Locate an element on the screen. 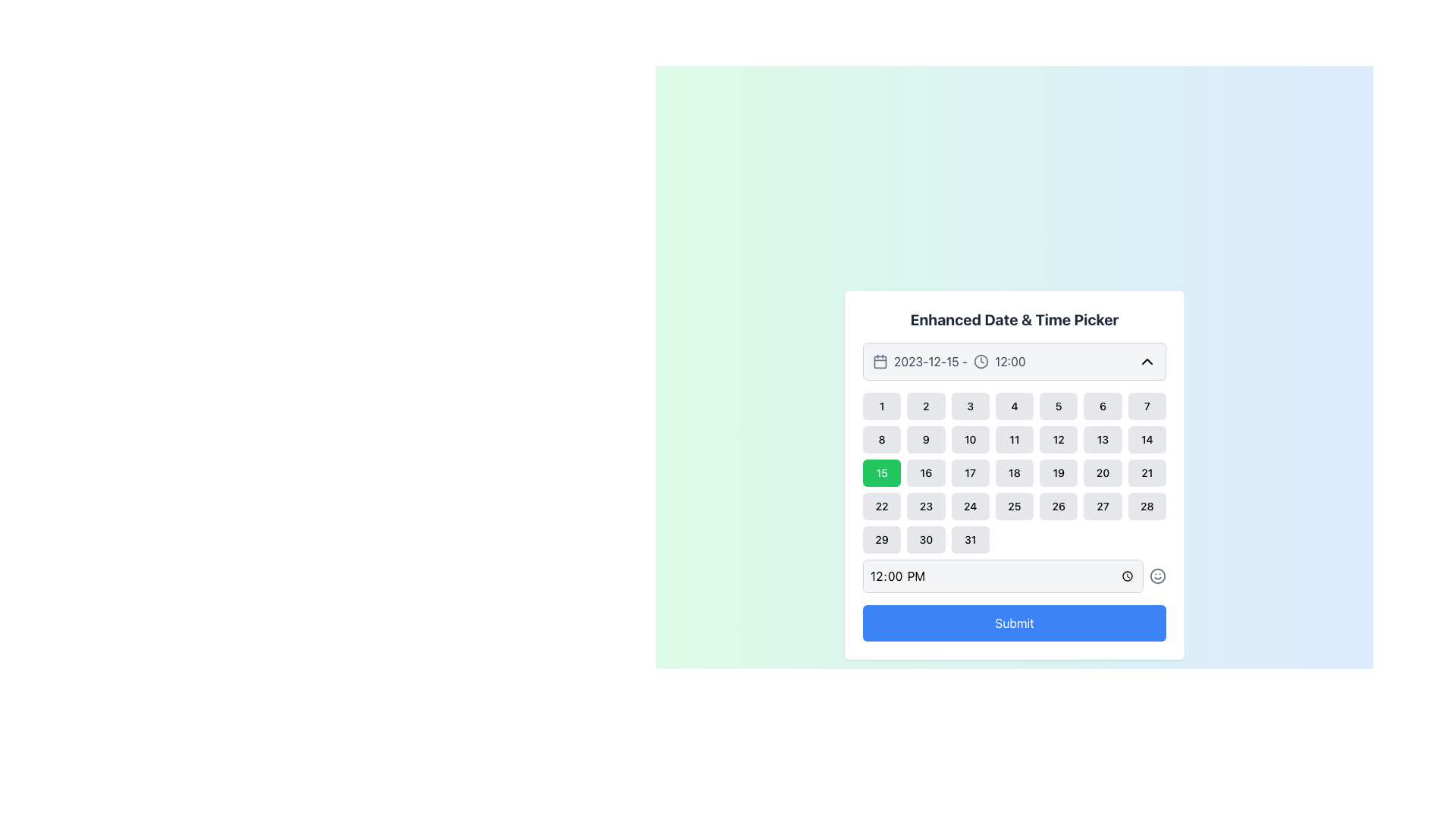 This screenshot has width=1456, height=819. the button labeled '27' which has a light gray background and is located in the fourth row, sixth column of the date picker interface is located at coordinates (1103, 506).